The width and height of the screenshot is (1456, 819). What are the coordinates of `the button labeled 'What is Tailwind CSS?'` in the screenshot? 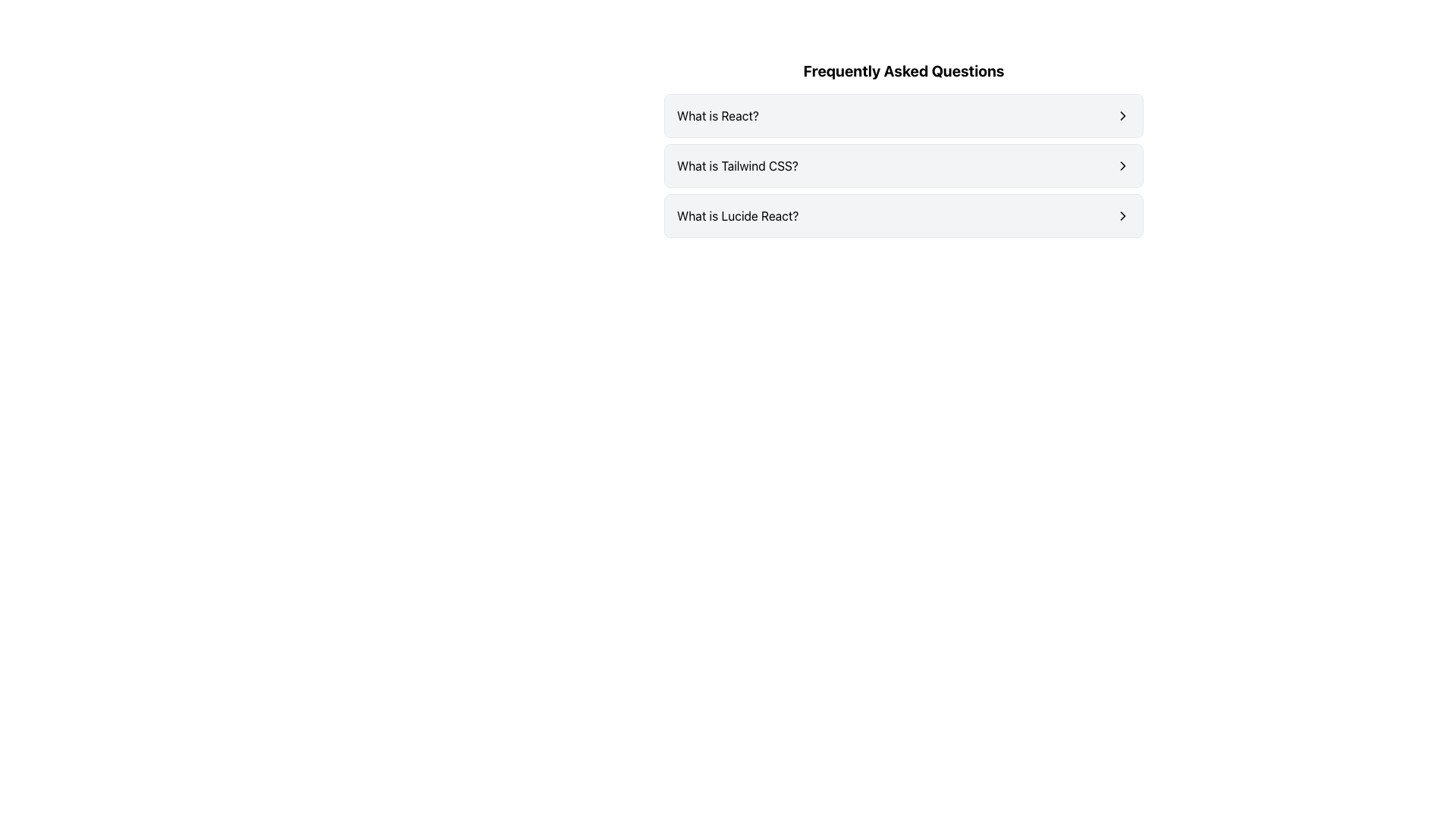 It's located at (903, 166).